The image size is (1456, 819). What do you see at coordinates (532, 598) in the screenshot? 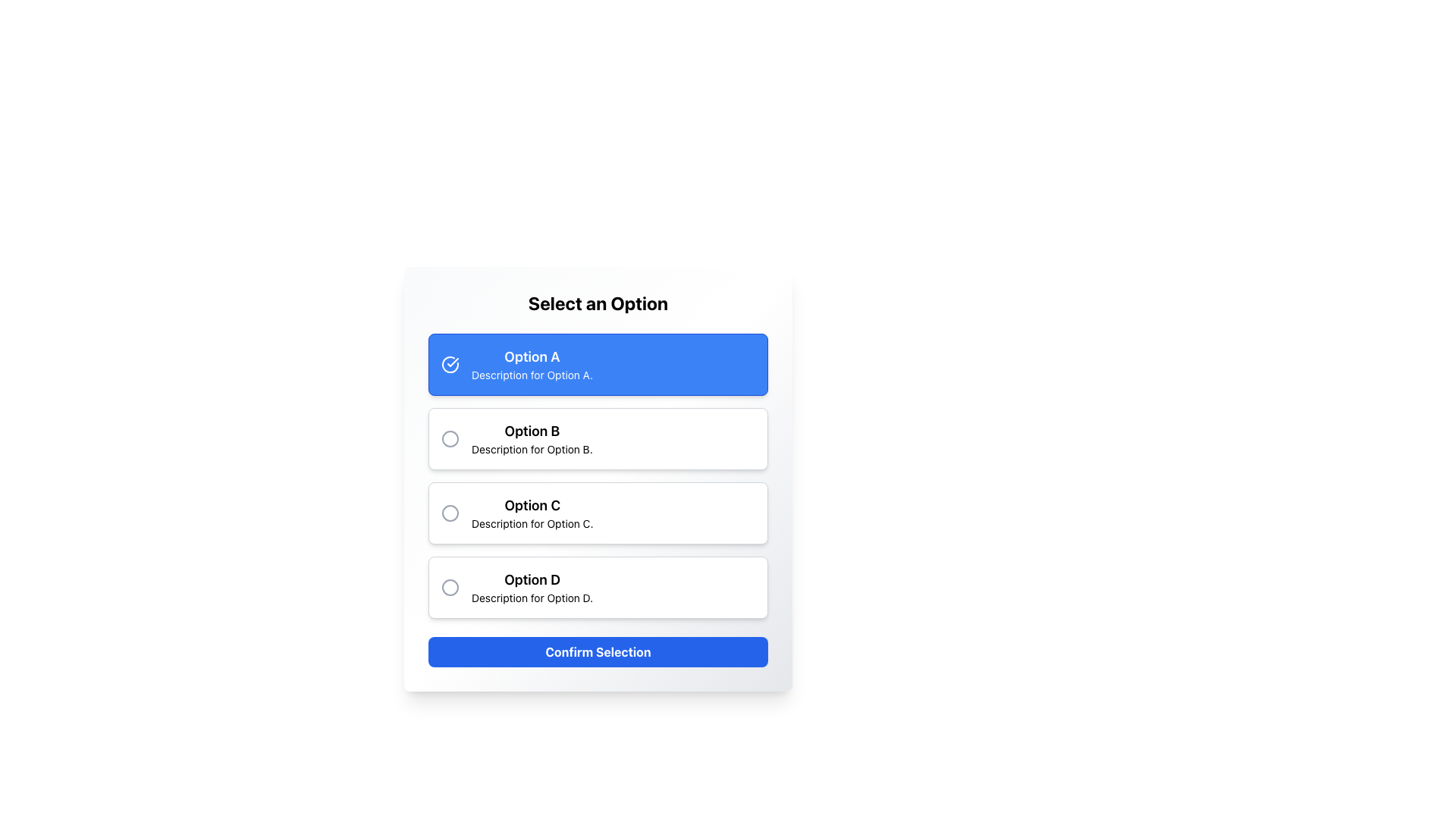
I see `the text label that displays 'Description for Option D.' which is located under the section labeled 'Option D'` at bounding box center [532, 598].